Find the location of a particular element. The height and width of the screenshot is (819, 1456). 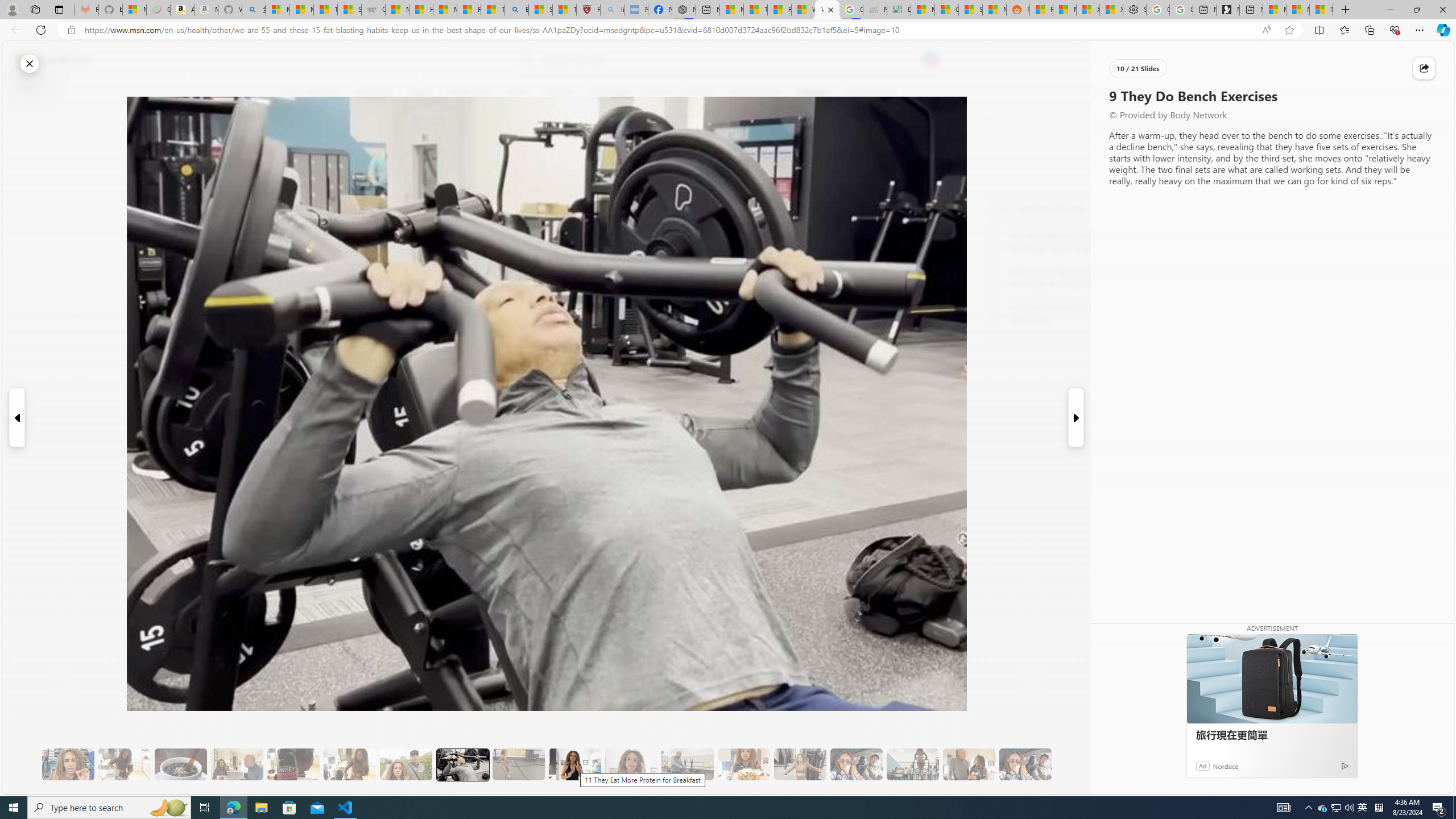

'2 They Use Protein Powder for Flavor' is located at coordinates (68, 764).